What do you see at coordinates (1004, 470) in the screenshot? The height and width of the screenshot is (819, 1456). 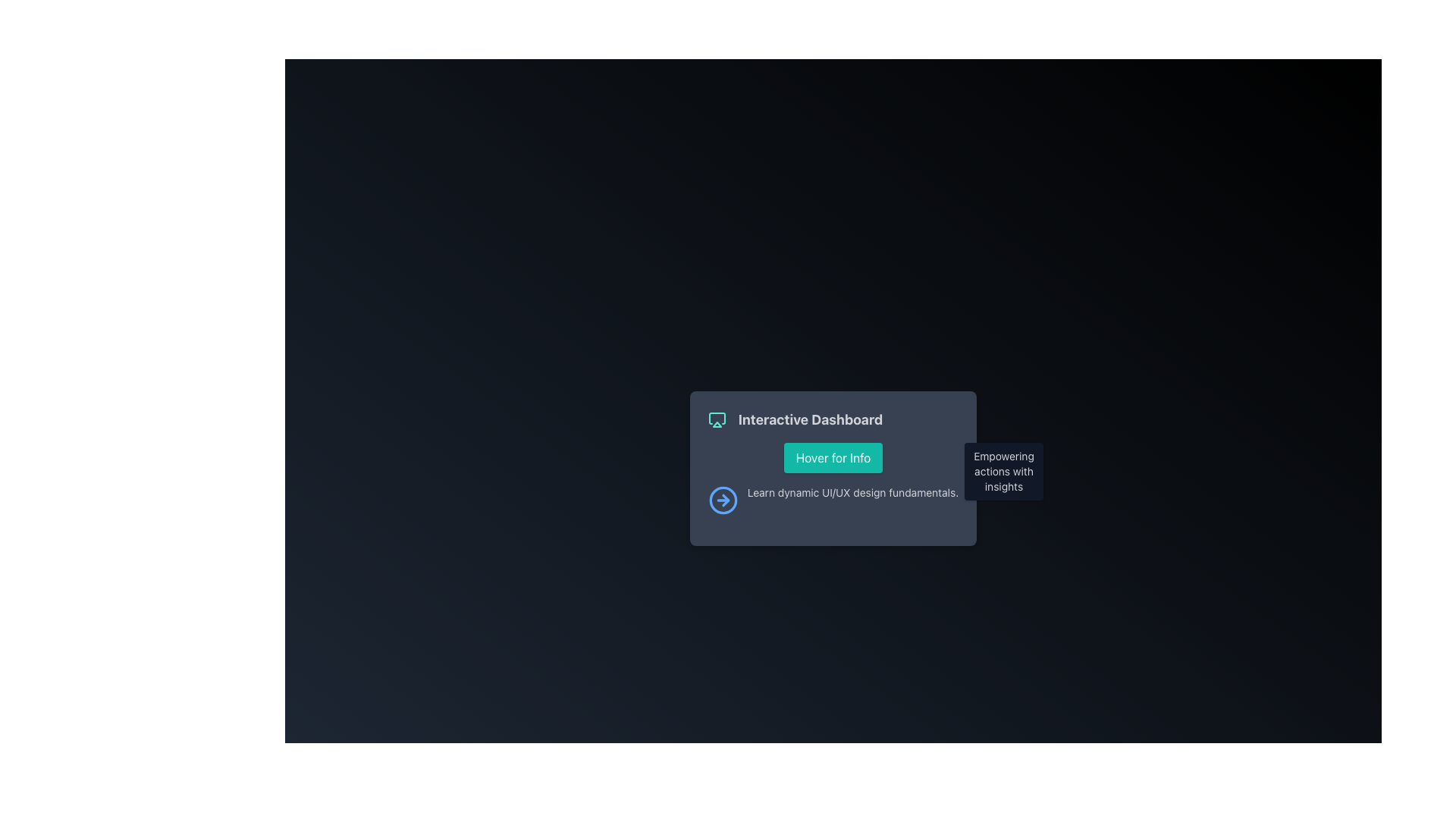 I see `the Tooltip that provides information when interacting with the 'Hover for Info' button, located to the right and slightly below it` at bounding box center [1004, 470].